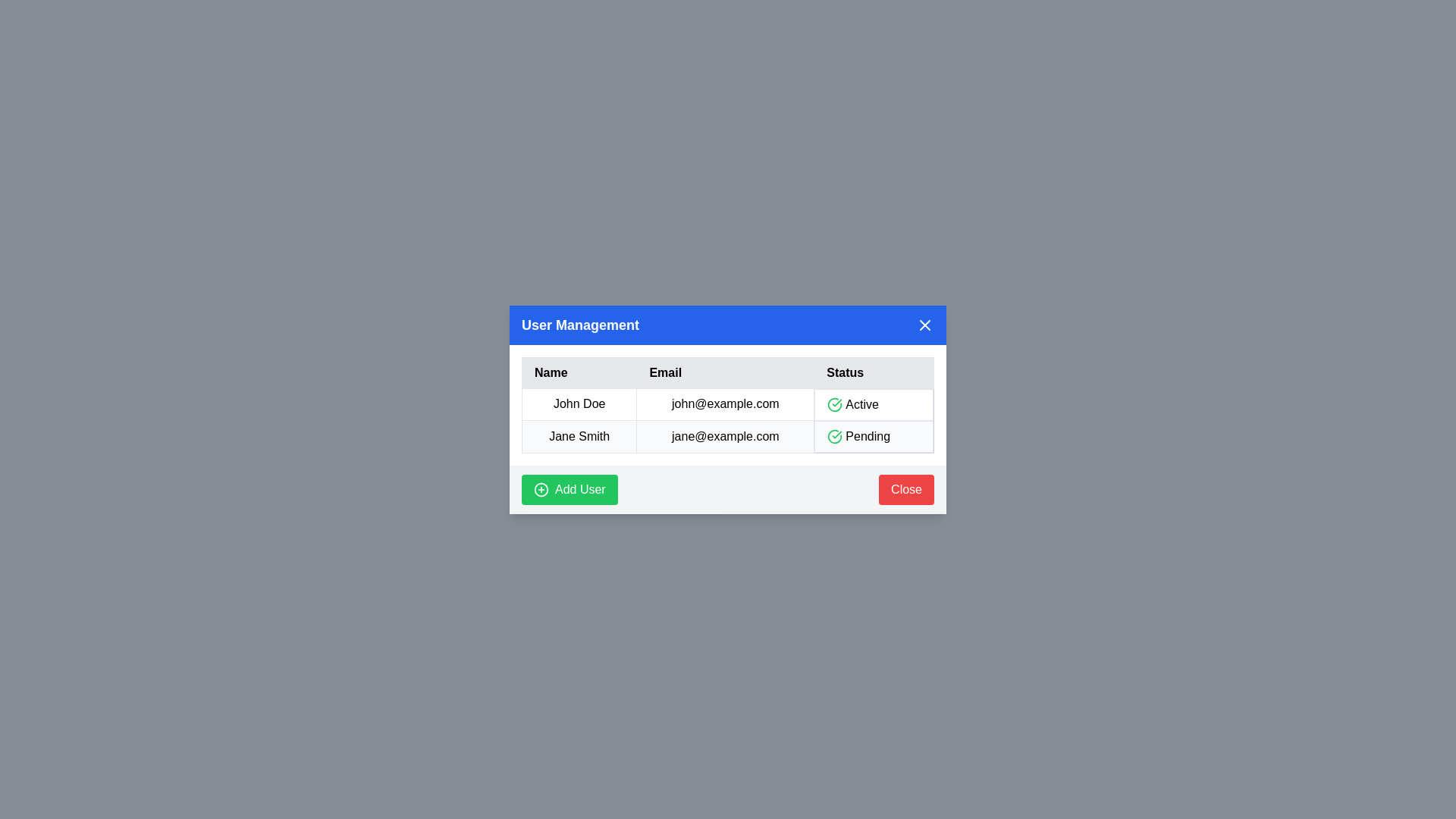 This screenshot has height=819, width=1456. Describe the element at coordinates (924, 324) in the screenshot. I see `the close button to close the dialog` at that location.